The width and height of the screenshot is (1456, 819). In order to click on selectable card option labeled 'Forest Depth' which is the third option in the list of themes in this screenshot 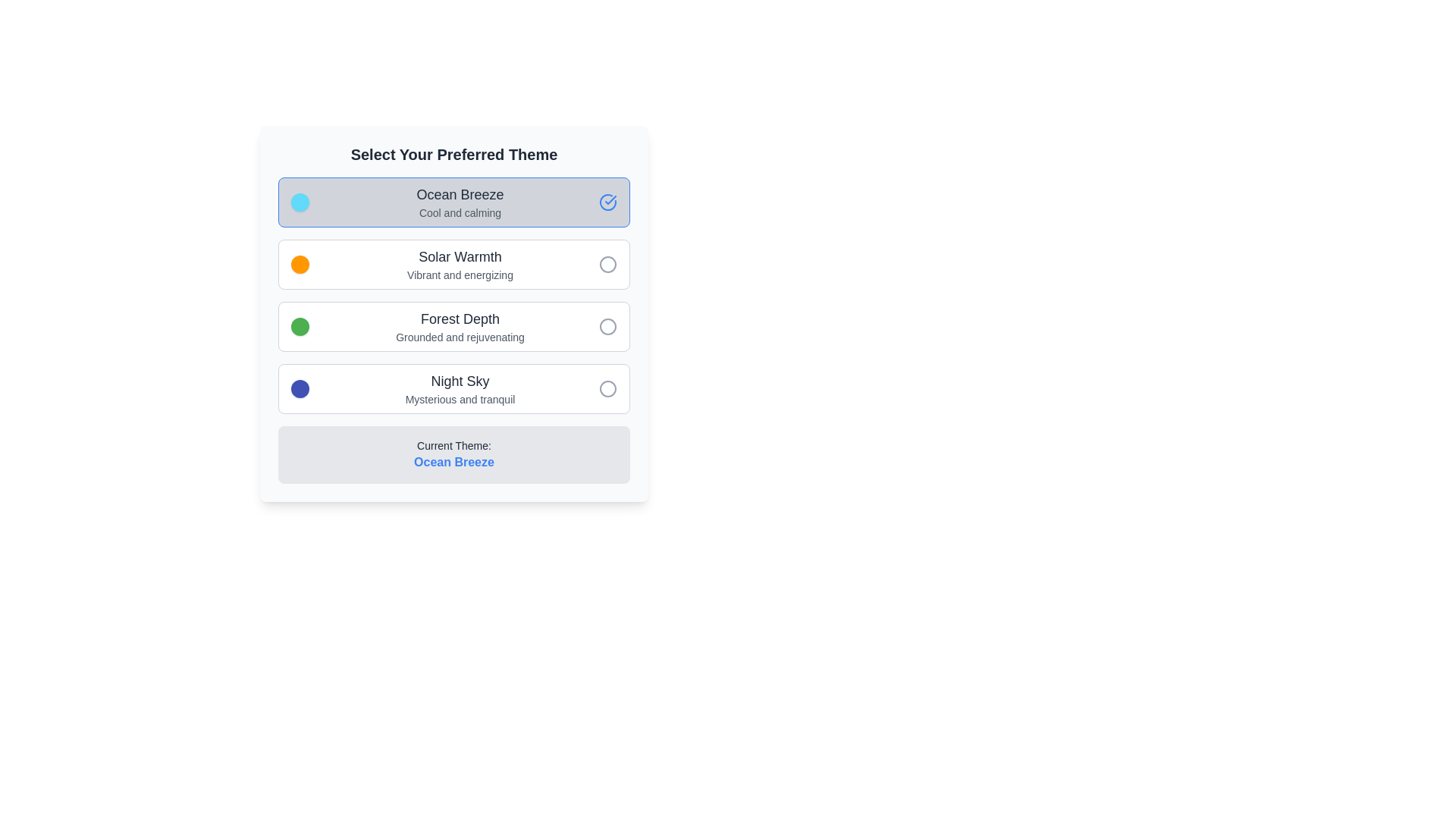, I will do `click(453, 326)`.